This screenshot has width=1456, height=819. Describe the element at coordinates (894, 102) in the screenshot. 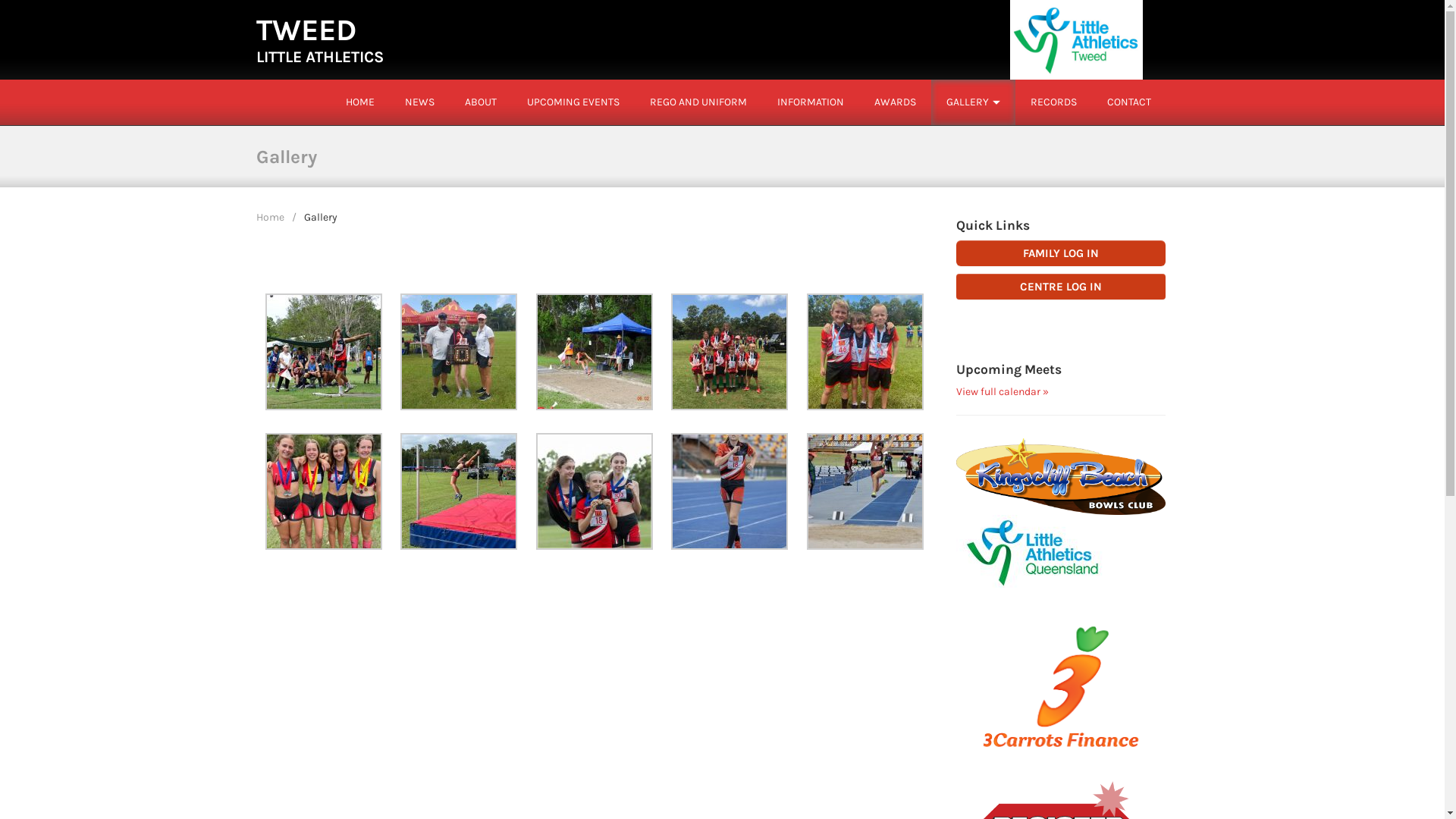

I see `'AWARDS'` at that location.